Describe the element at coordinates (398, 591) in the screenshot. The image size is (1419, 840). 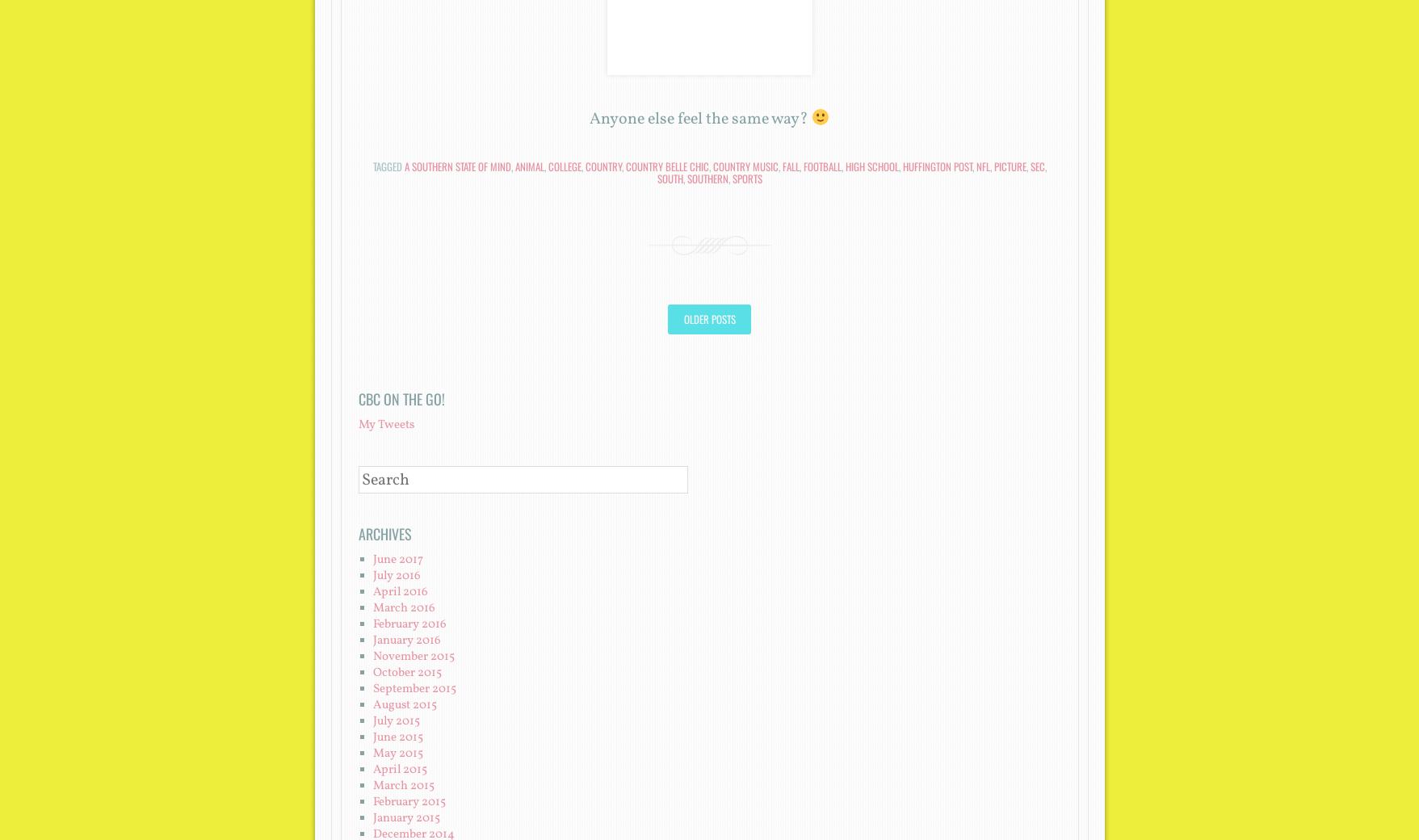
I see `'April 2016'` at that location.